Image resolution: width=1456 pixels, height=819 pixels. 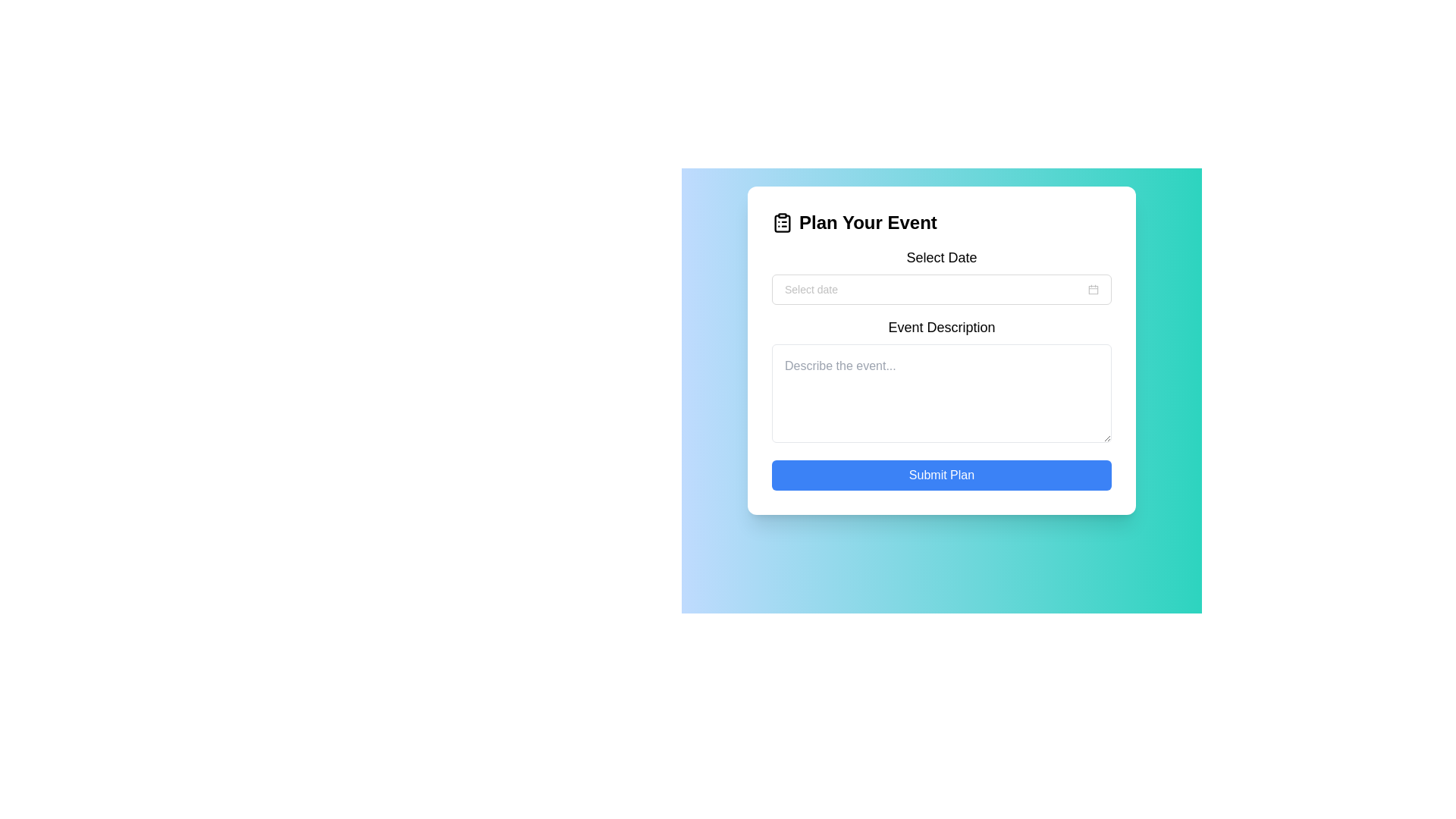 I want to click on the blue button labeled 'Submit Plan', so click(x=941, y=475).